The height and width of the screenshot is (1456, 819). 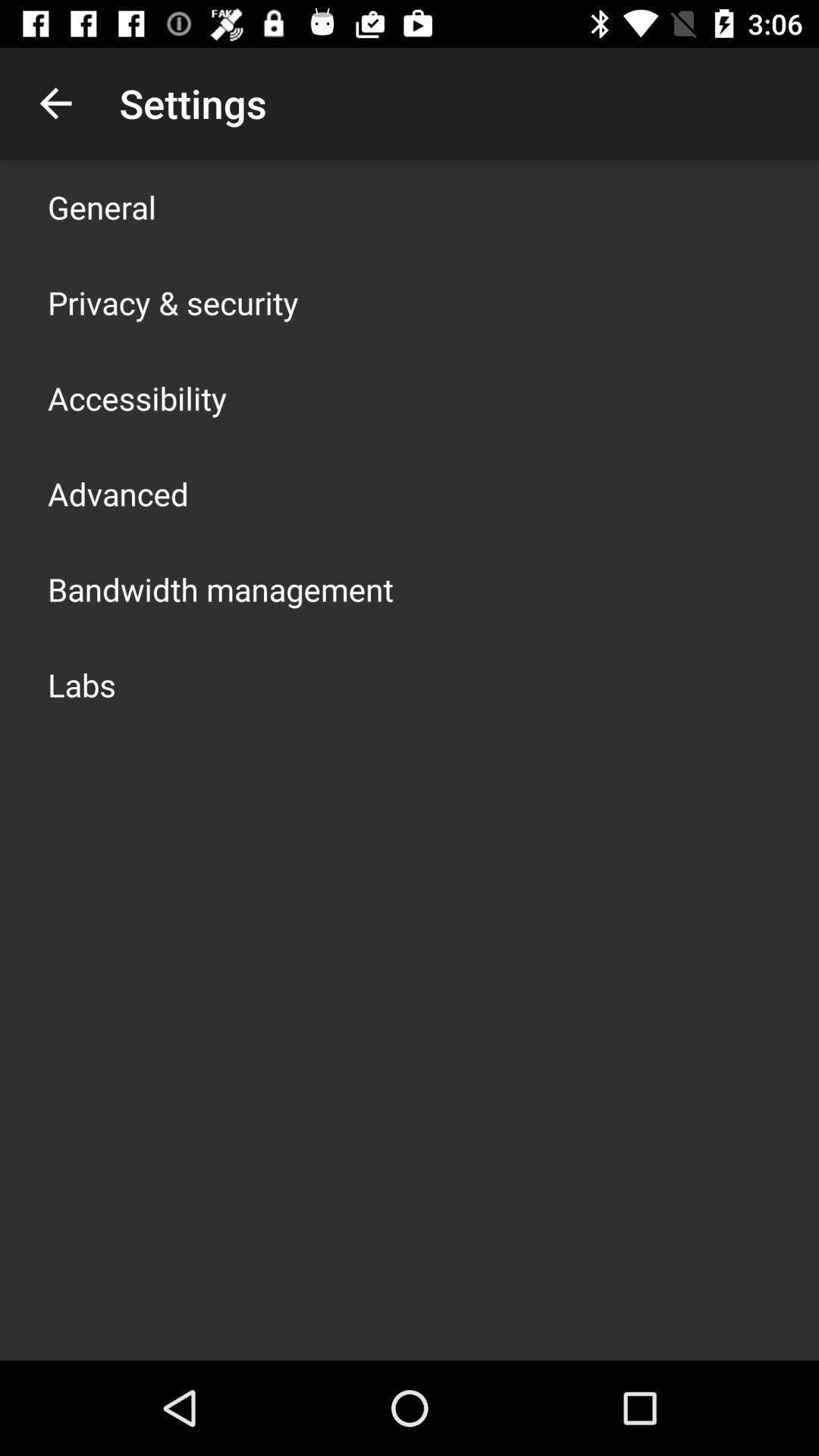 What do you see at coordinates (172, 302) in the screenshot?
I see `the privacy & security` at bounding box center [172, 302].